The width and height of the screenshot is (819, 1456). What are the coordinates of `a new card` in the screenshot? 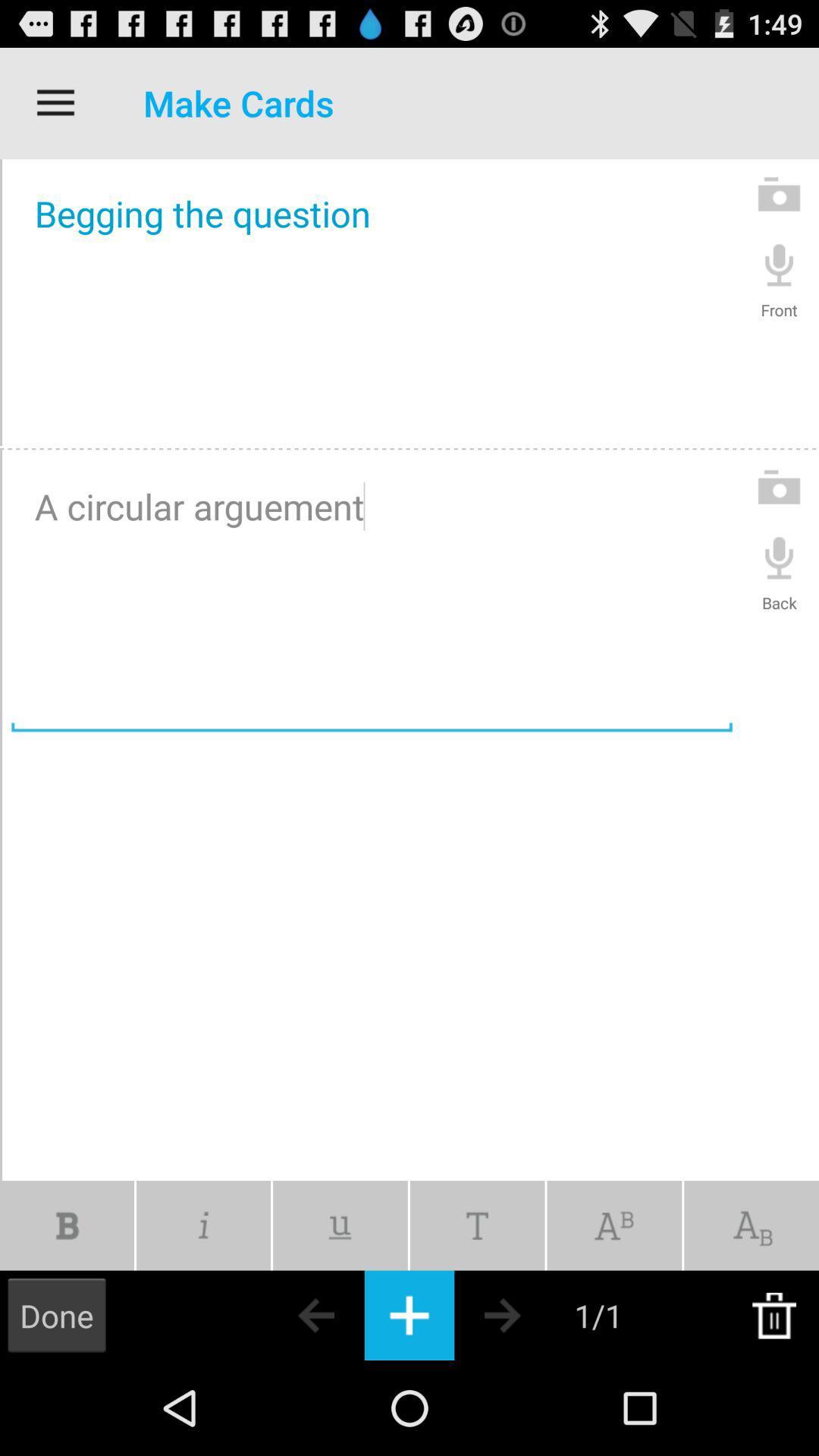 It's located at (409, 1314).